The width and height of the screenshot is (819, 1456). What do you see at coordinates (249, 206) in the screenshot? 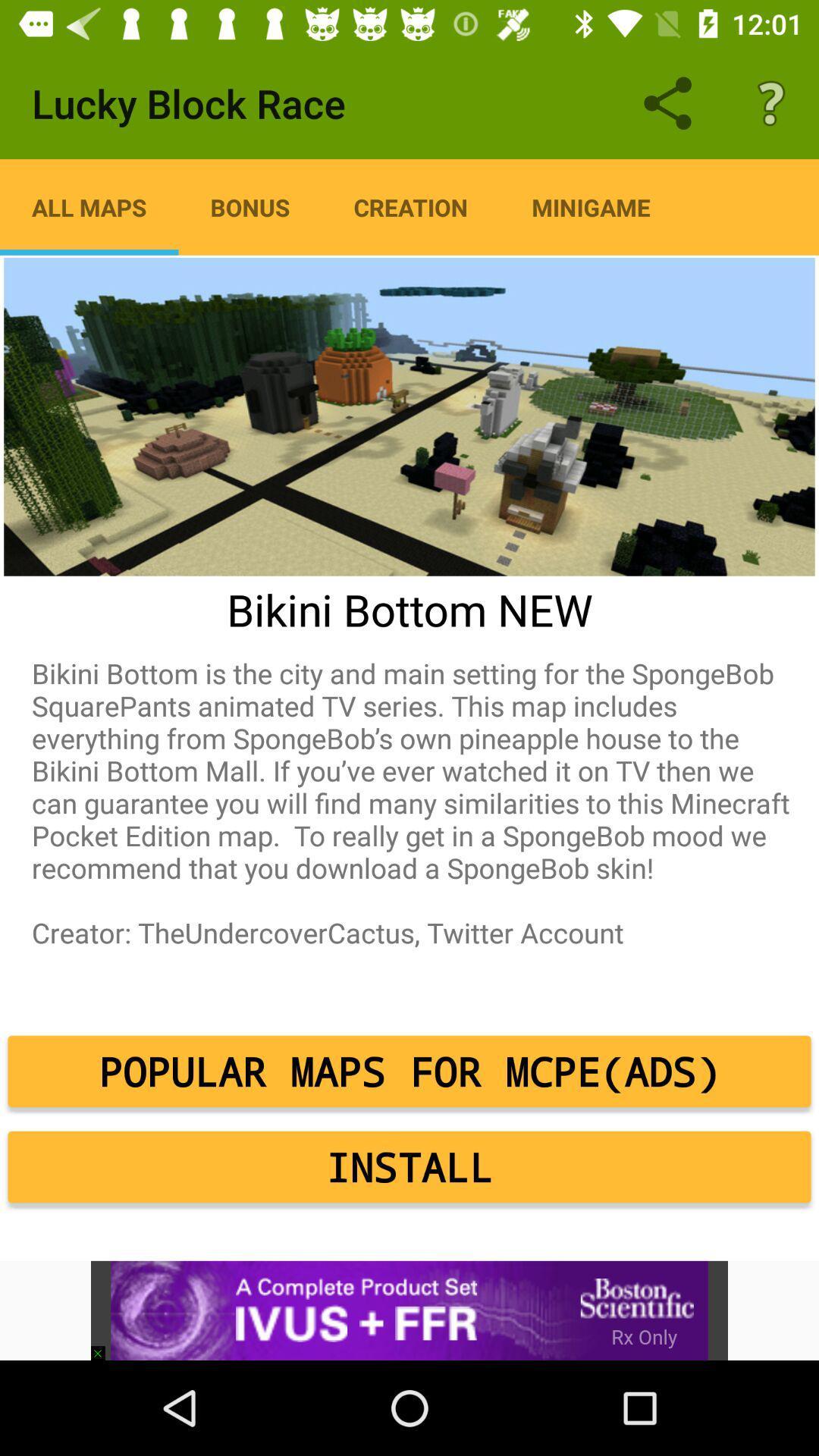
I see `the bonus app` at bounding box center [249, 206].